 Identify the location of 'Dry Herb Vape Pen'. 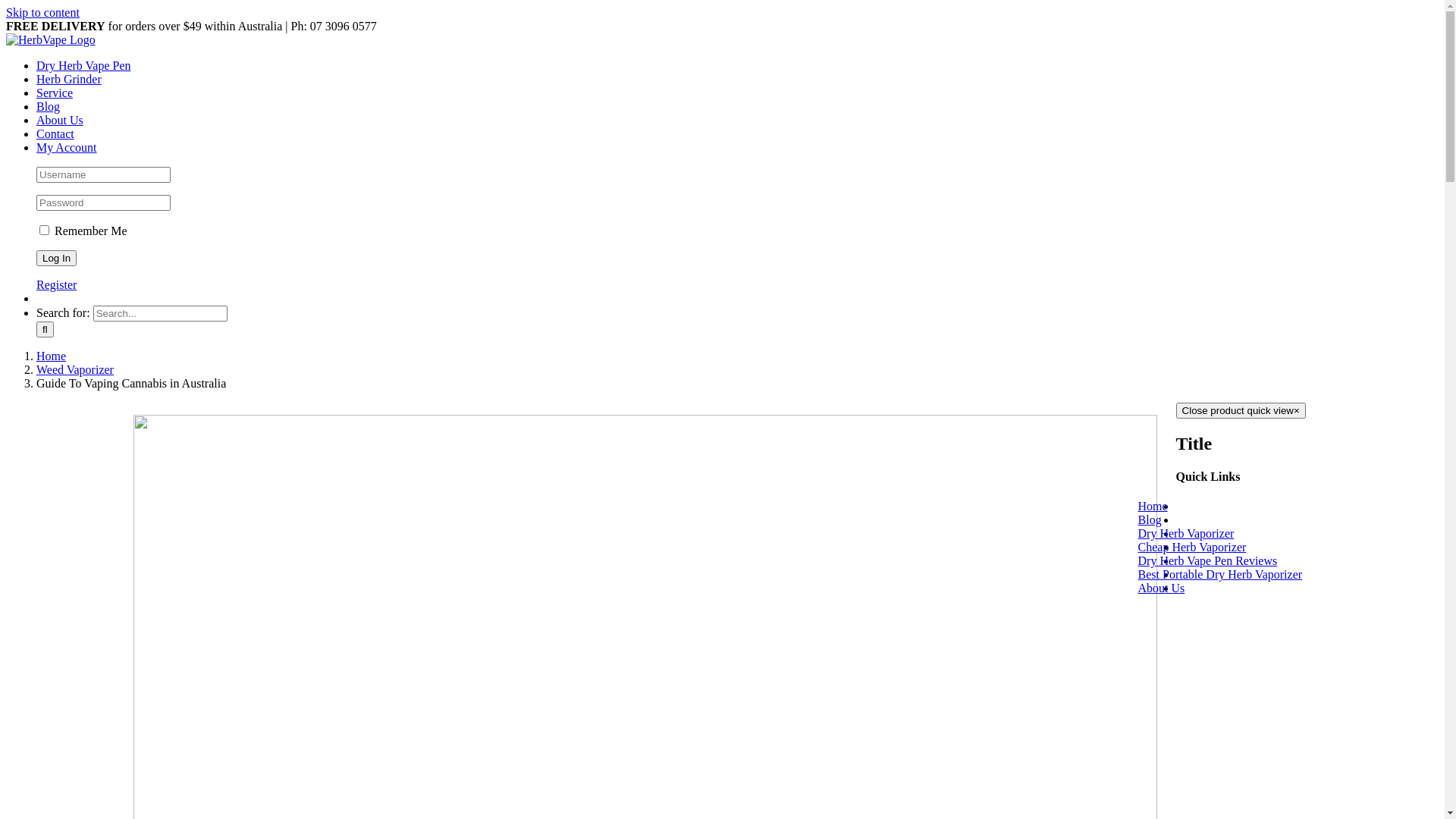
(36, 64).